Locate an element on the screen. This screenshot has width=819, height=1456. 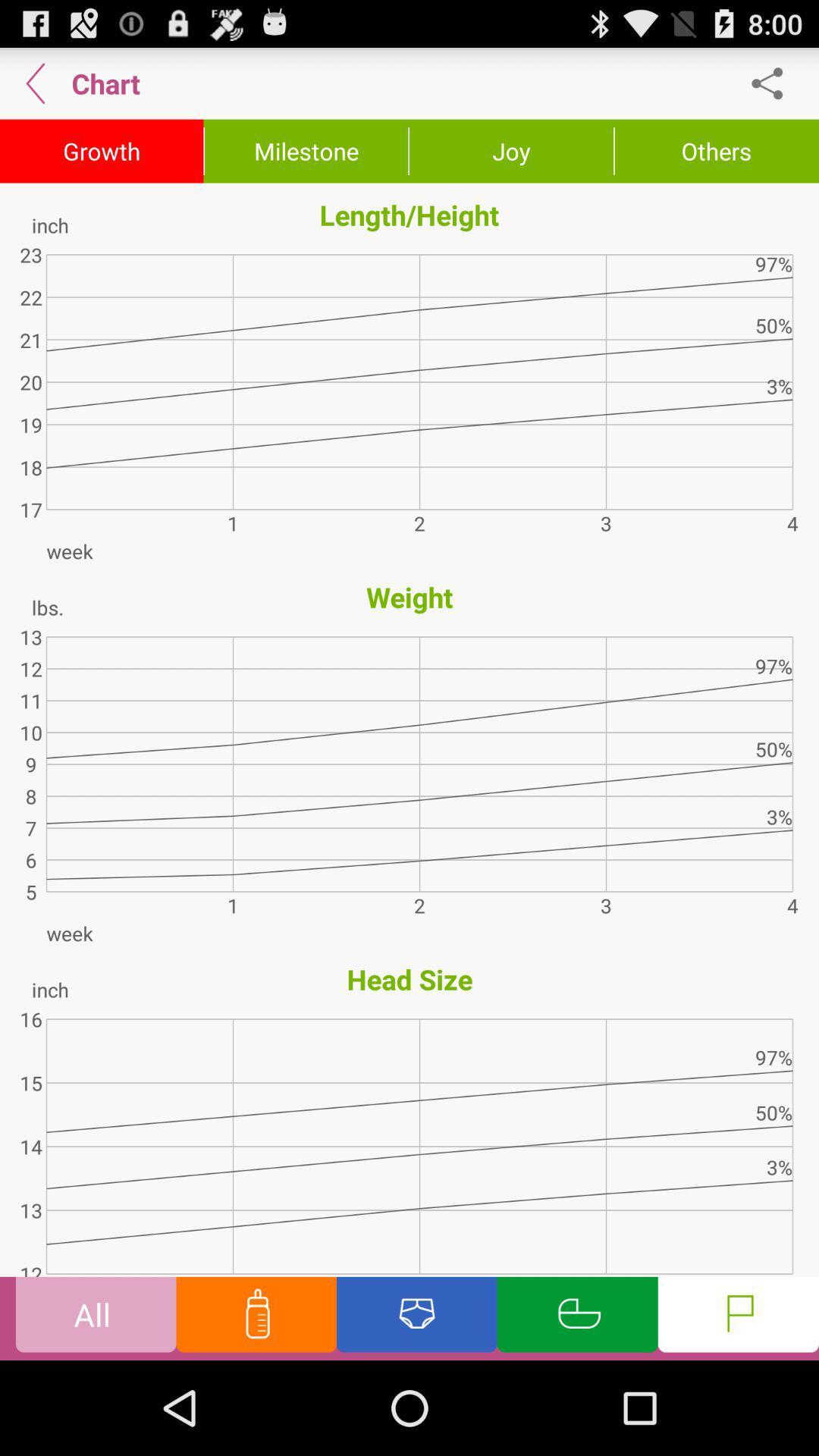
open feeding chart is located at coordinates (256, 1317).